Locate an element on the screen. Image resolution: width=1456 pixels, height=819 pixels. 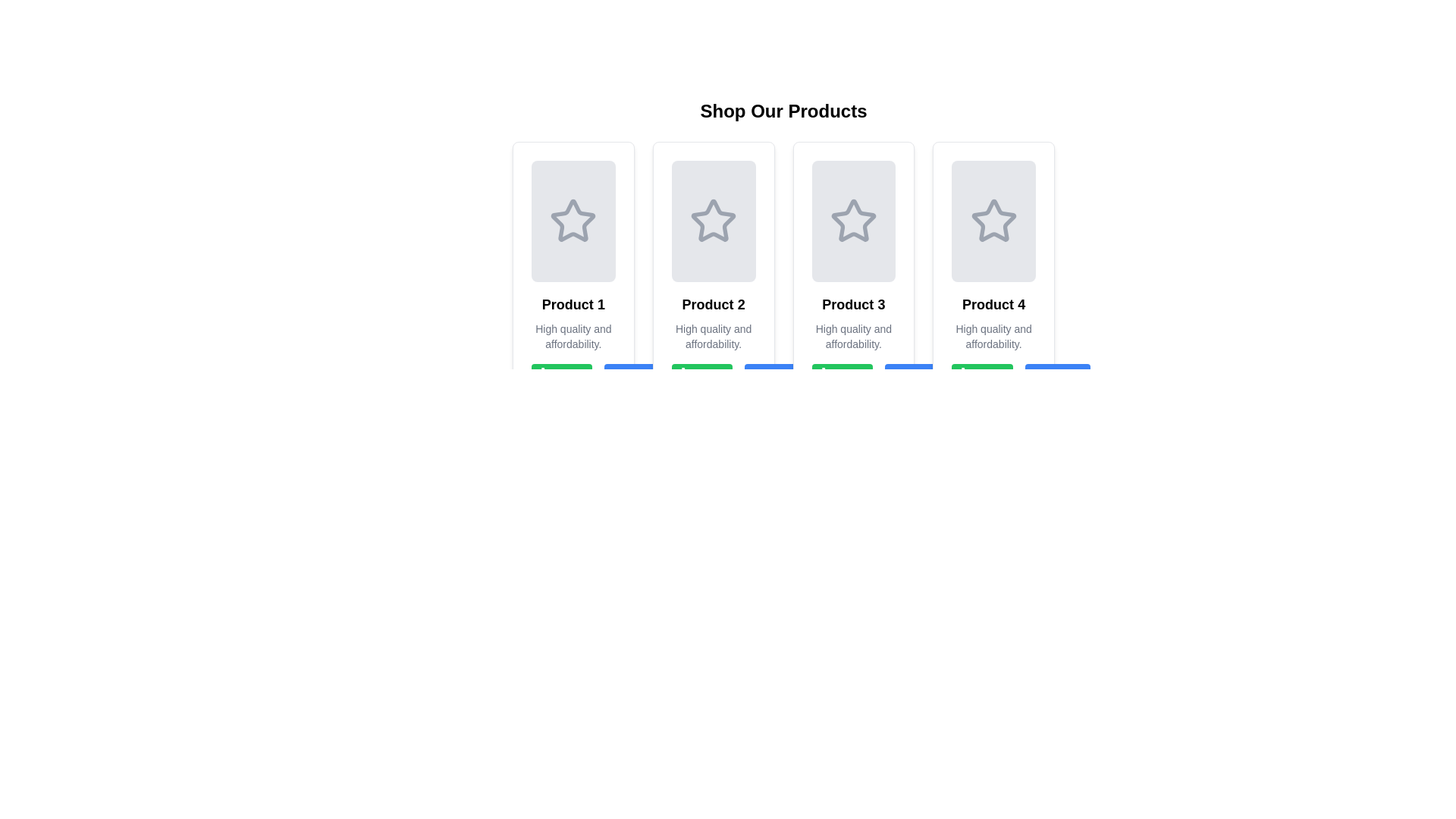
the star icon at the top of the 'Product 1' card, which has a thin gray outline and no fill, located in a grid of product cards is located at coordinates (573, 220).